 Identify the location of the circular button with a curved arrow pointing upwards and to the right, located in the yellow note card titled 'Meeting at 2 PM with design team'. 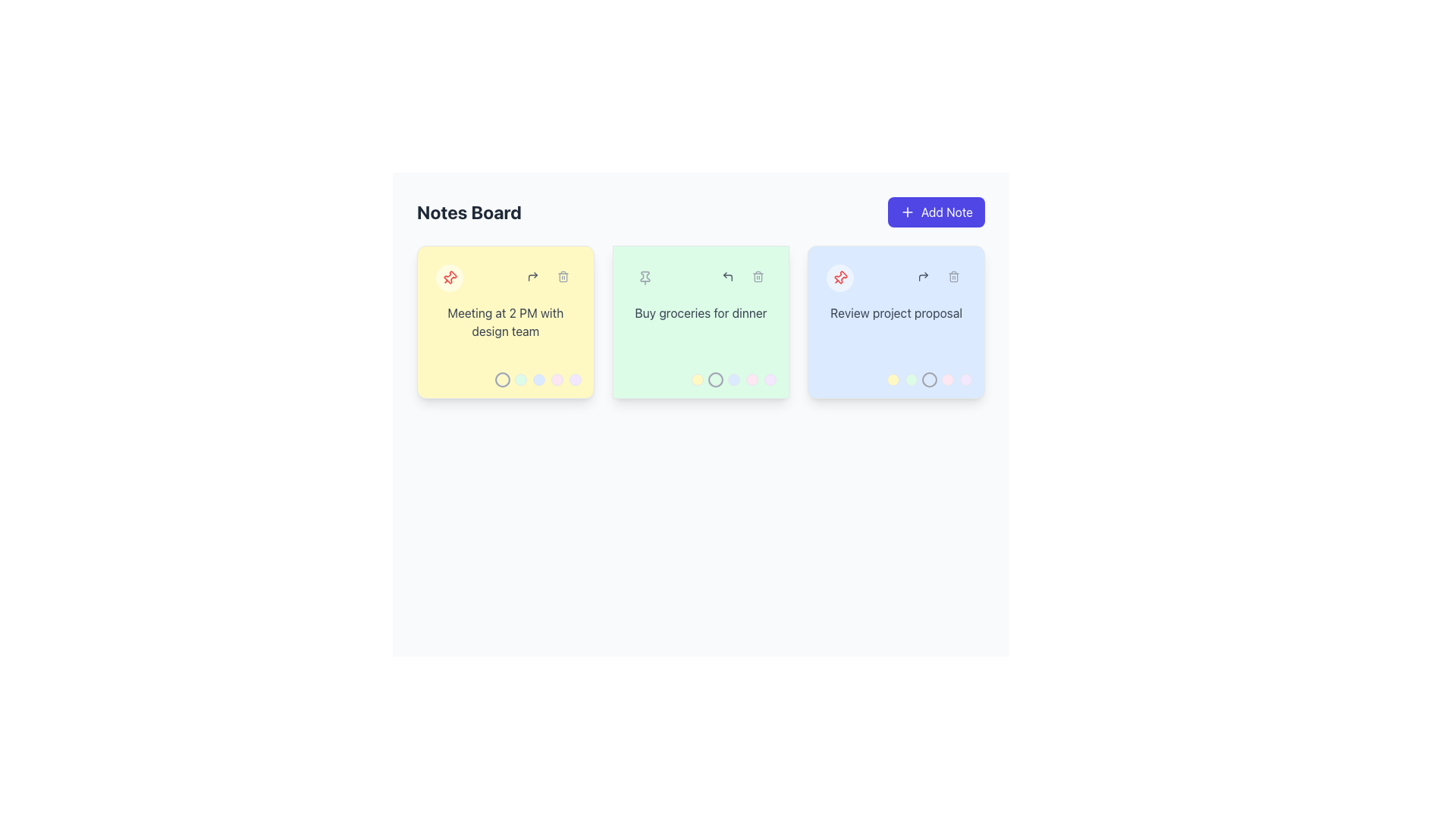
(532, 277).